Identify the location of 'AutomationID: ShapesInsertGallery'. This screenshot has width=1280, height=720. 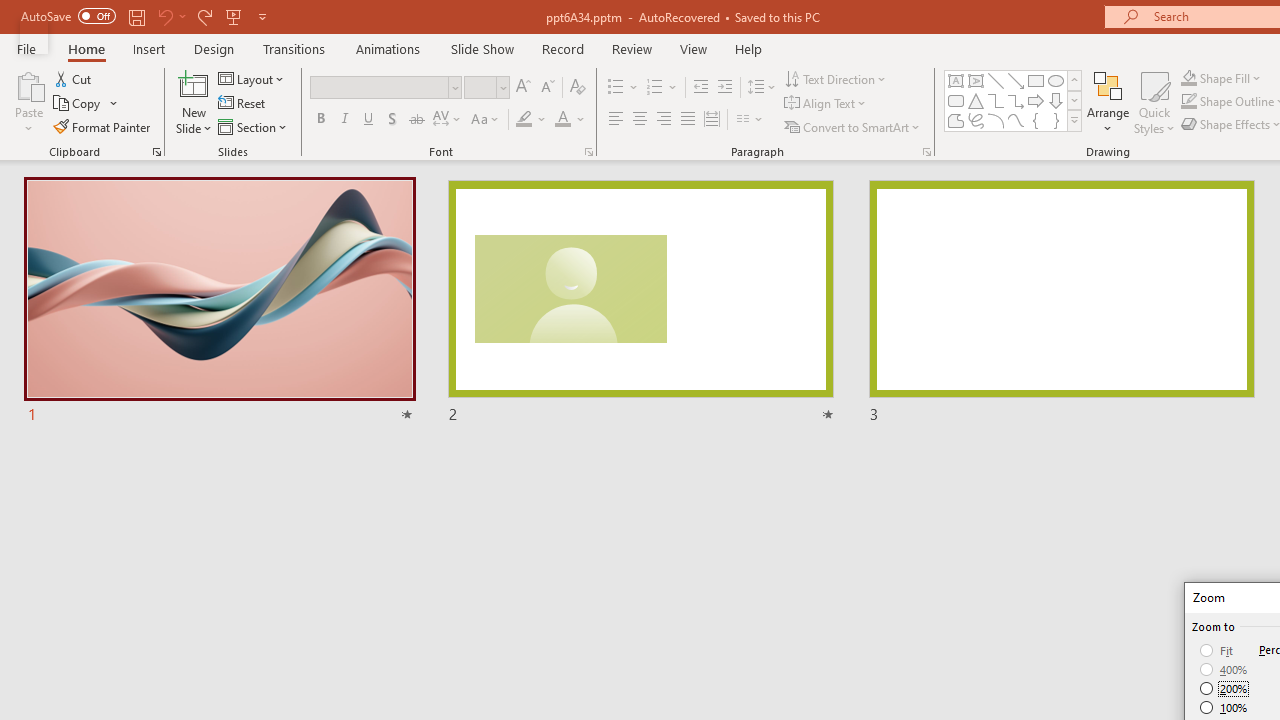
(1014, 100).